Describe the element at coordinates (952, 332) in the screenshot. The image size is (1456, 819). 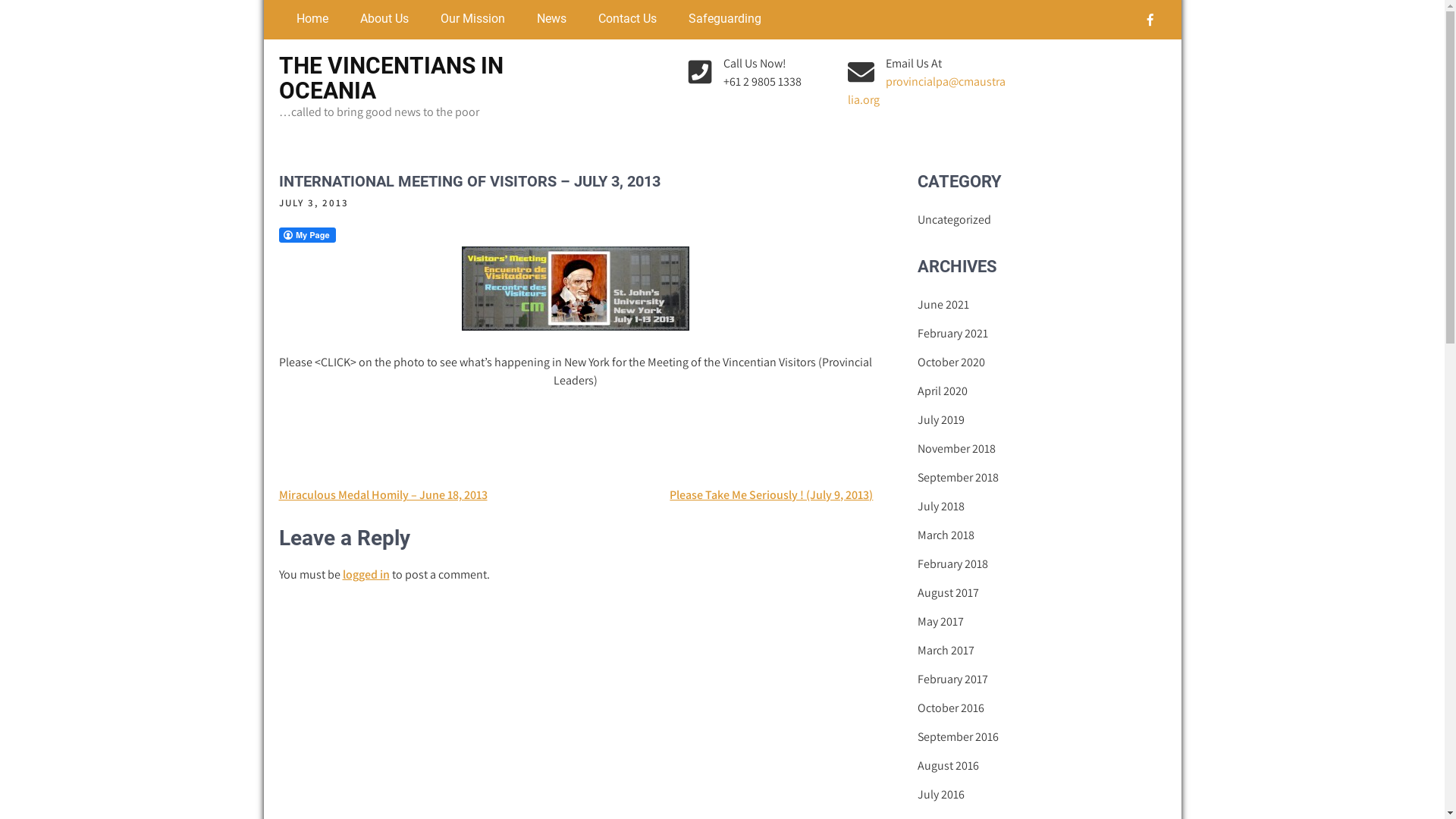
I see `'February 2021'` at that location.